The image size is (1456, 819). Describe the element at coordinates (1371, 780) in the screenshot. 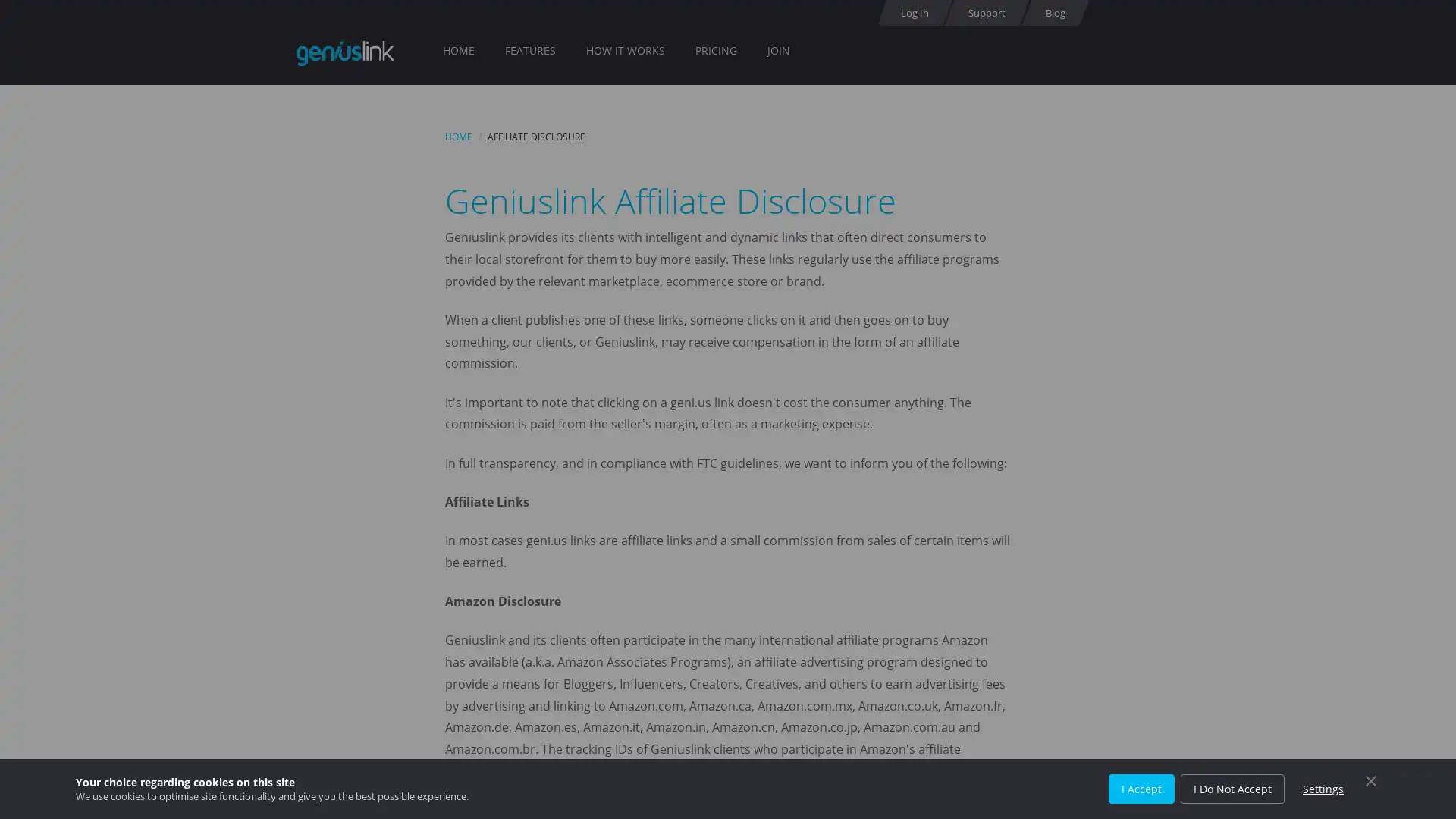

I see `Close Cookie Control` at that location.